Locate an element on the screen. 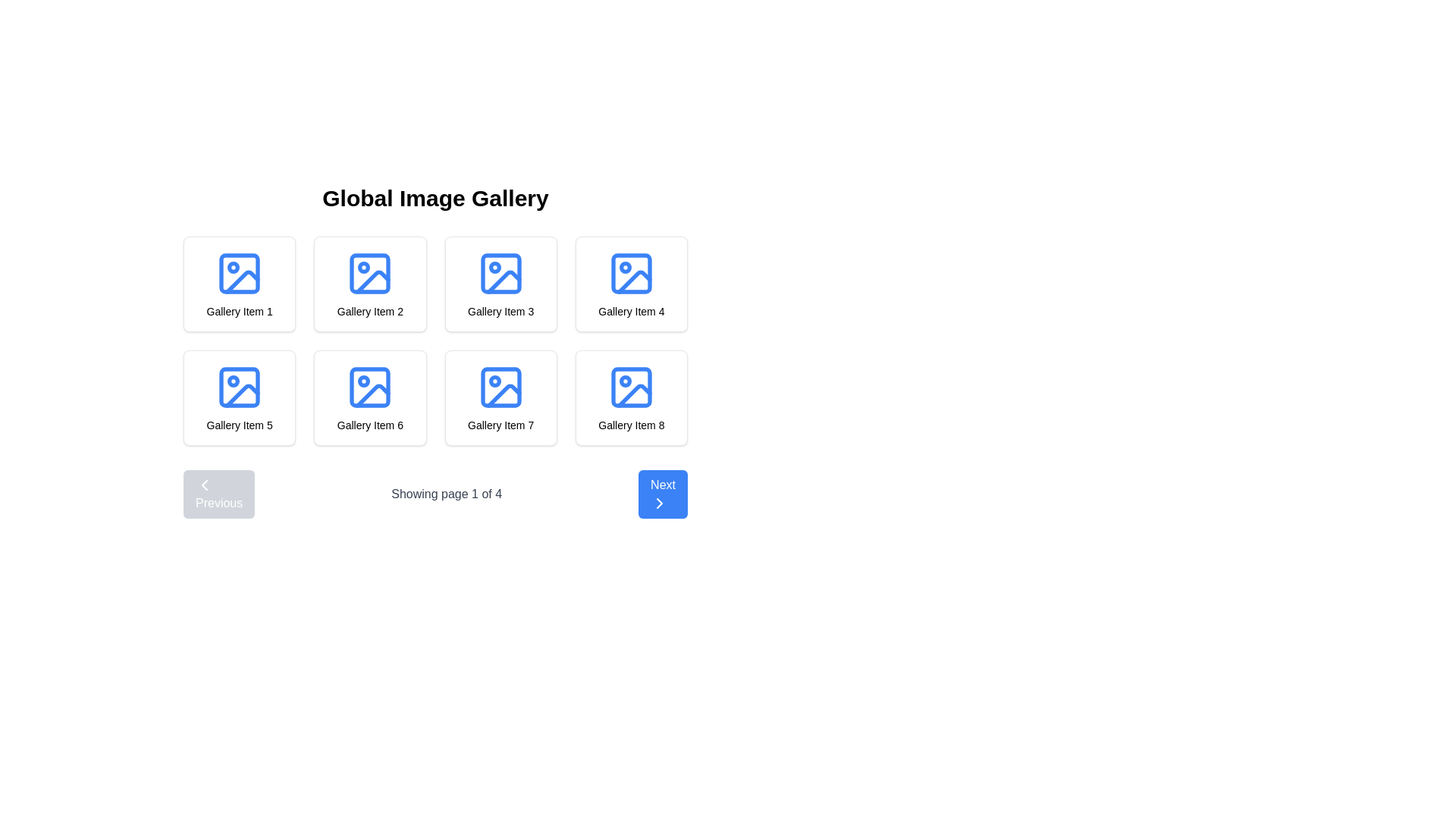 The image size is (1456, 819). the small circular graphical element part of the 'Gallery Item 2' icon, located in the top-left corner of the icon is located at coordinates (364, 267).